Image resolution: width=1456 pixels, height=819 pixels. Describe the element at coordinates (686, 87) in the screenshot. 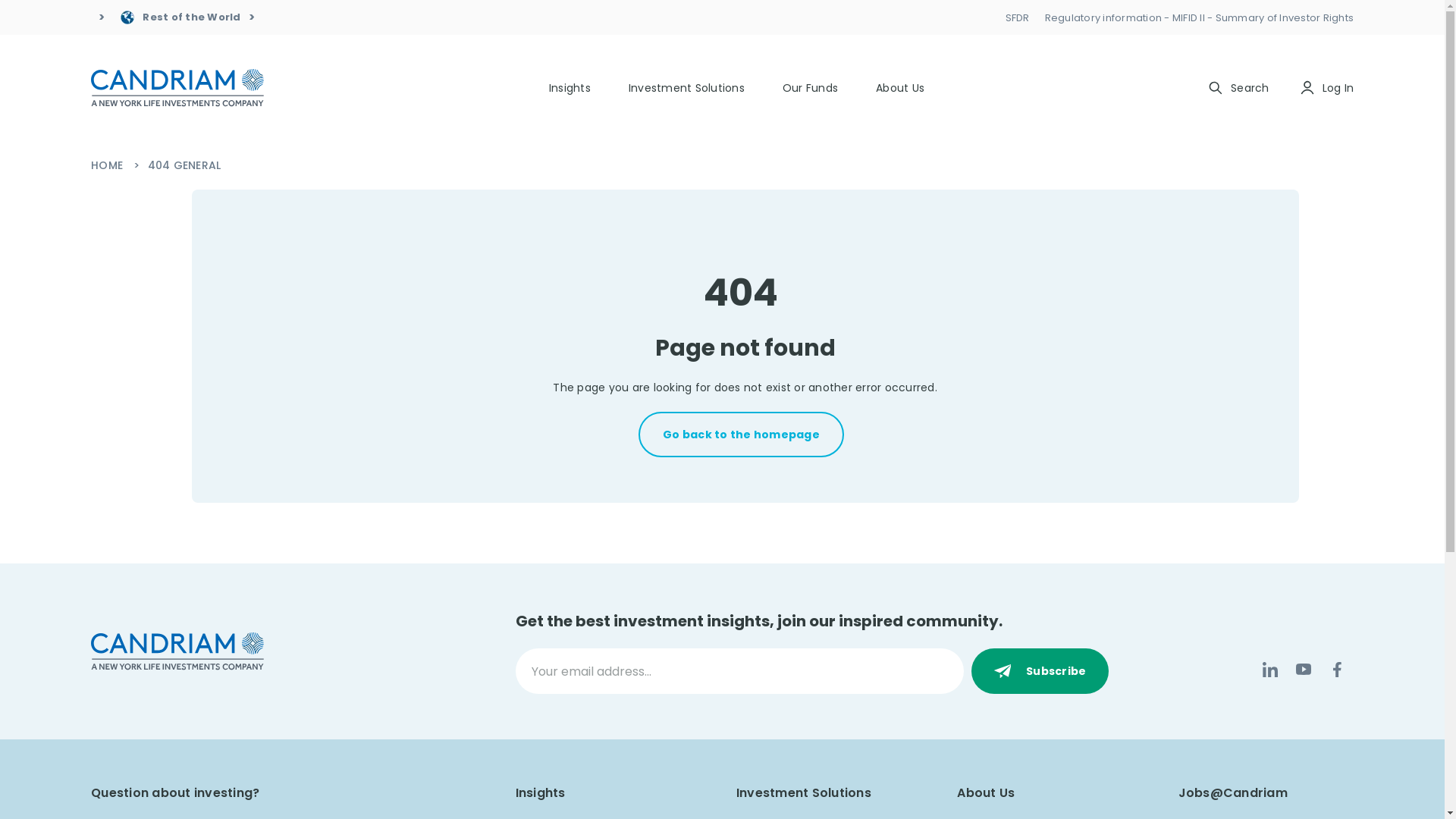

I see `'Investment Solutions'` at that location.